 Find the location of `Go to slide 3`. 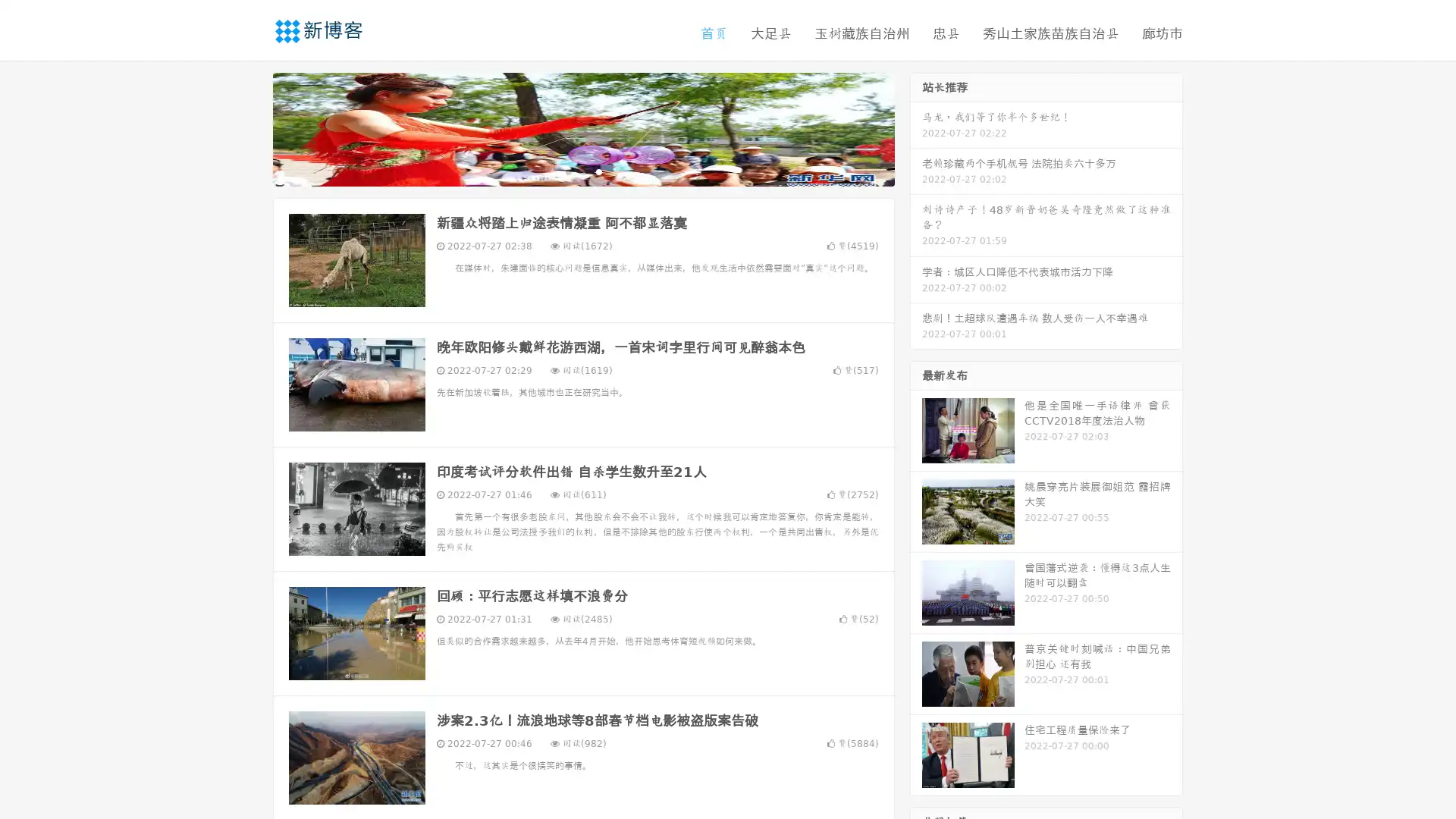

Go to slide 3 is located at coordinates (598, 171).